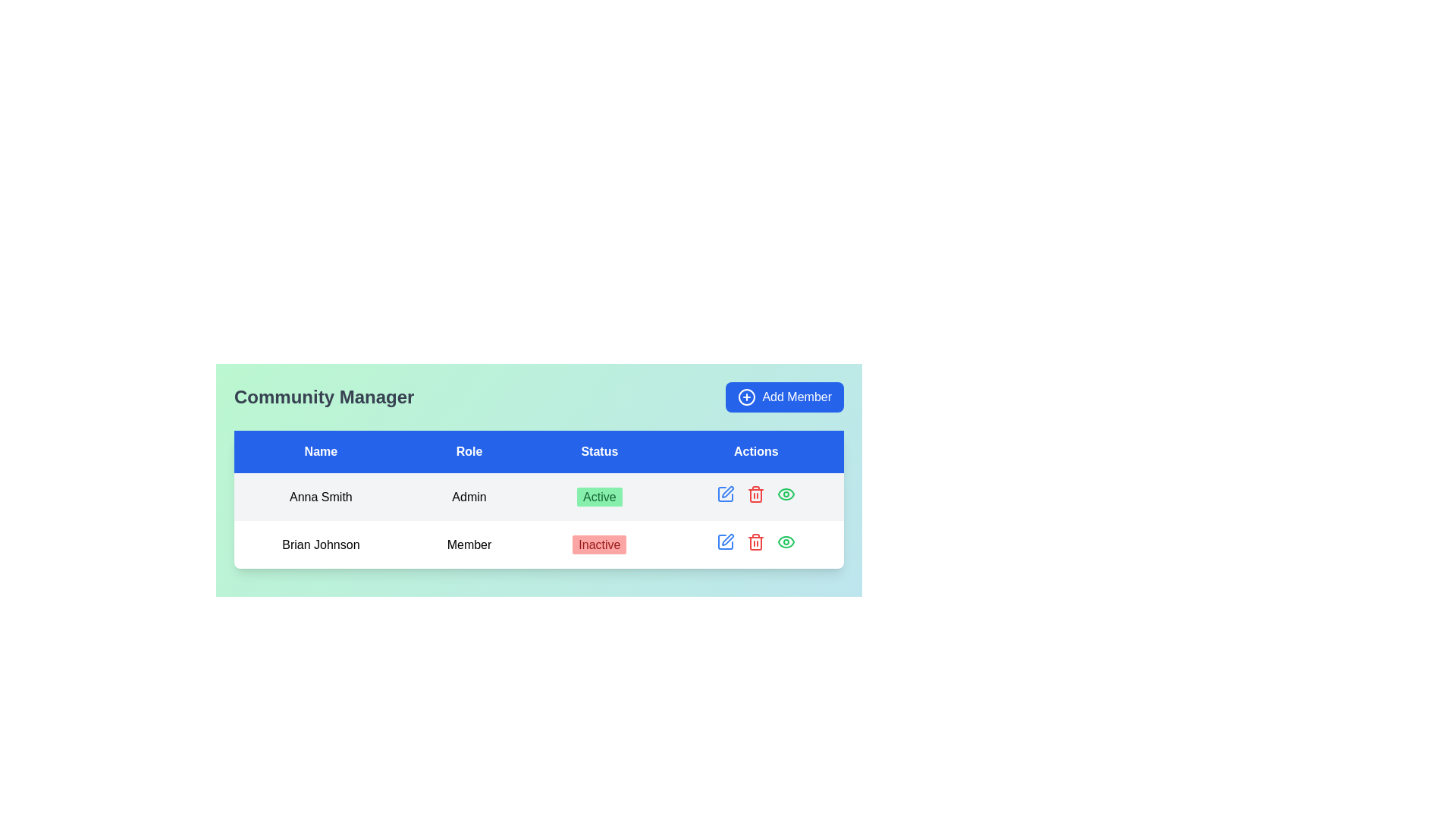  What do you see at coordinates (598, 544) in the screenshot?
I see `the 'Inactive' status badge for user 'Brian Johnson' in the second row of the table under the 'Community Manager' header, which has a red background and red text` at bounding box center [598, 544].